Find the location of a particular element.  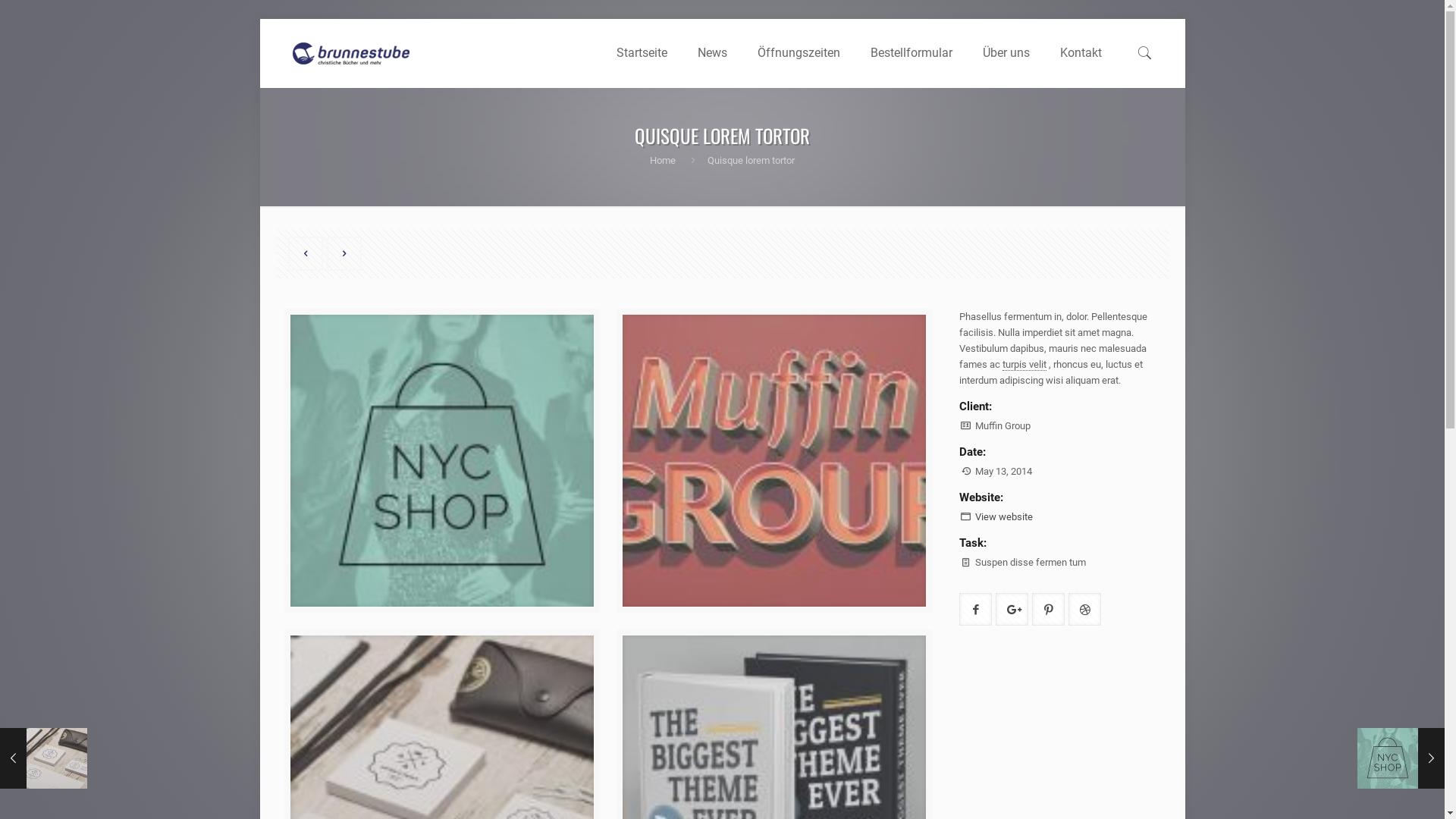

'Brunnestube' is located at coordinates (349, 52).